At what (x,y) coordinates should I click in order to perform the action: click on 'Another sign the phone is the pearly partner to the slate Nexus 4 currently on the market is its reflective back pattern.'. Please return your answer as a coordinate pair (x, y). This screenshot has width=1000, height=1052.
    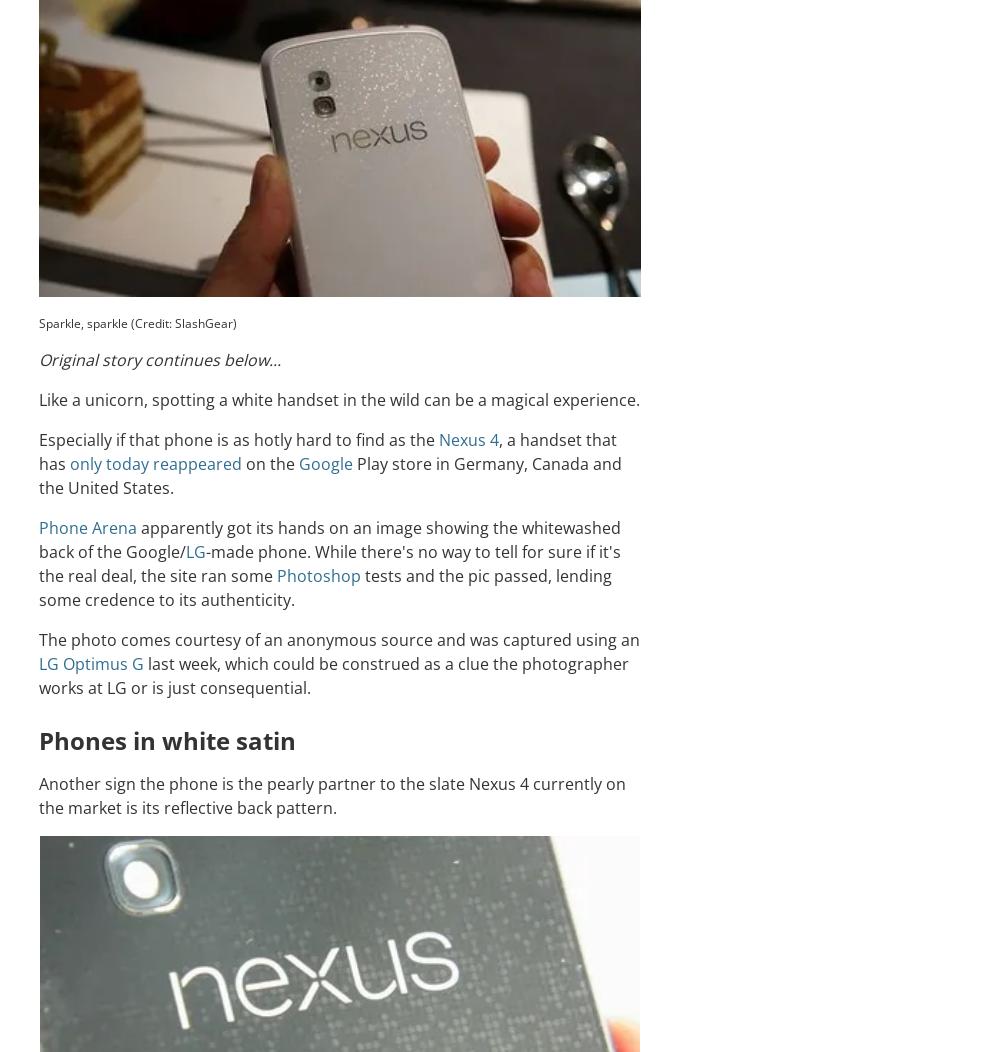
    Looking at the image, I should click on (331, 796).